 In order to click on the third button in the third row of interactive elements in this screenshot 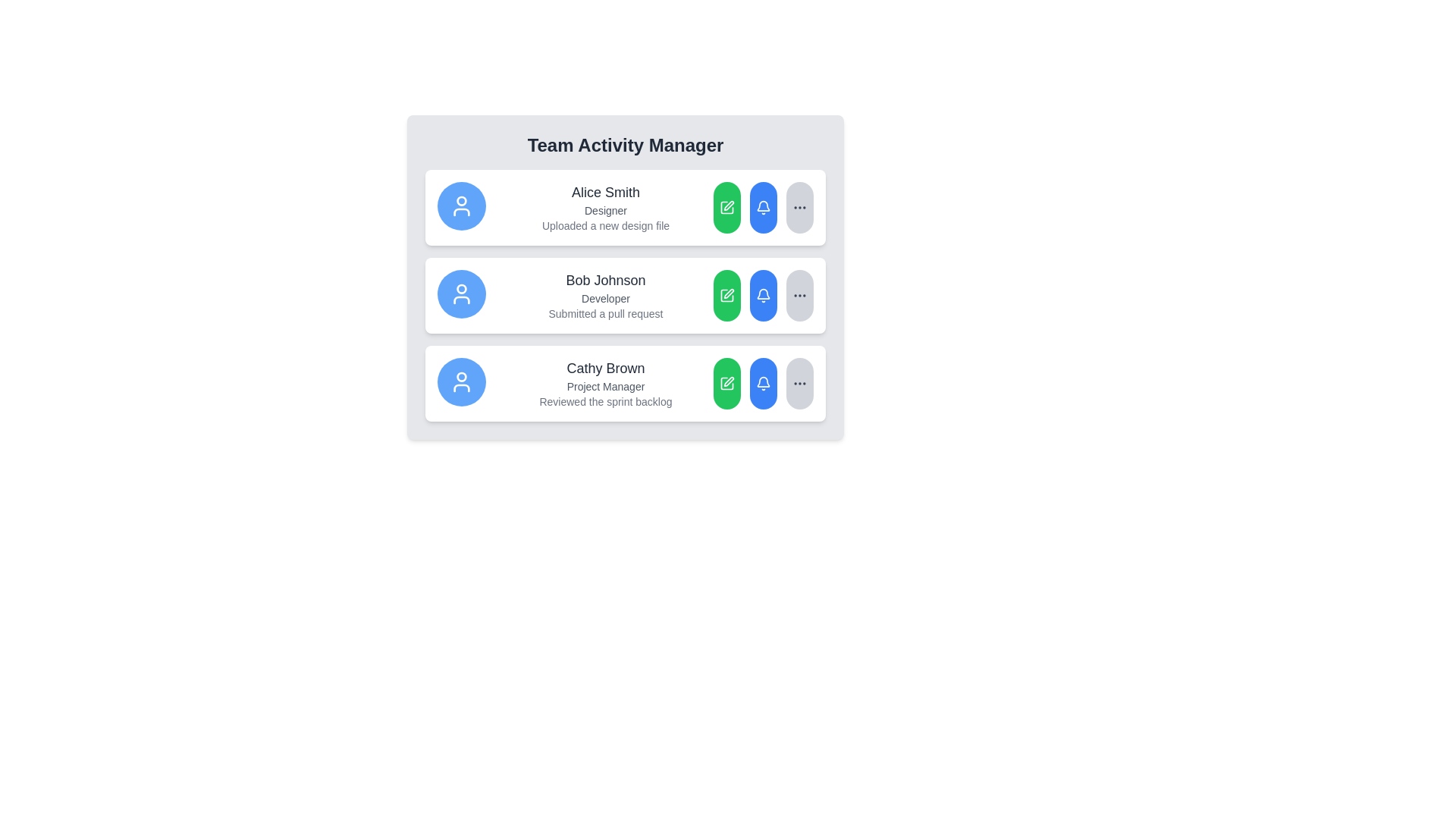, I will do `click(764, 382)`.